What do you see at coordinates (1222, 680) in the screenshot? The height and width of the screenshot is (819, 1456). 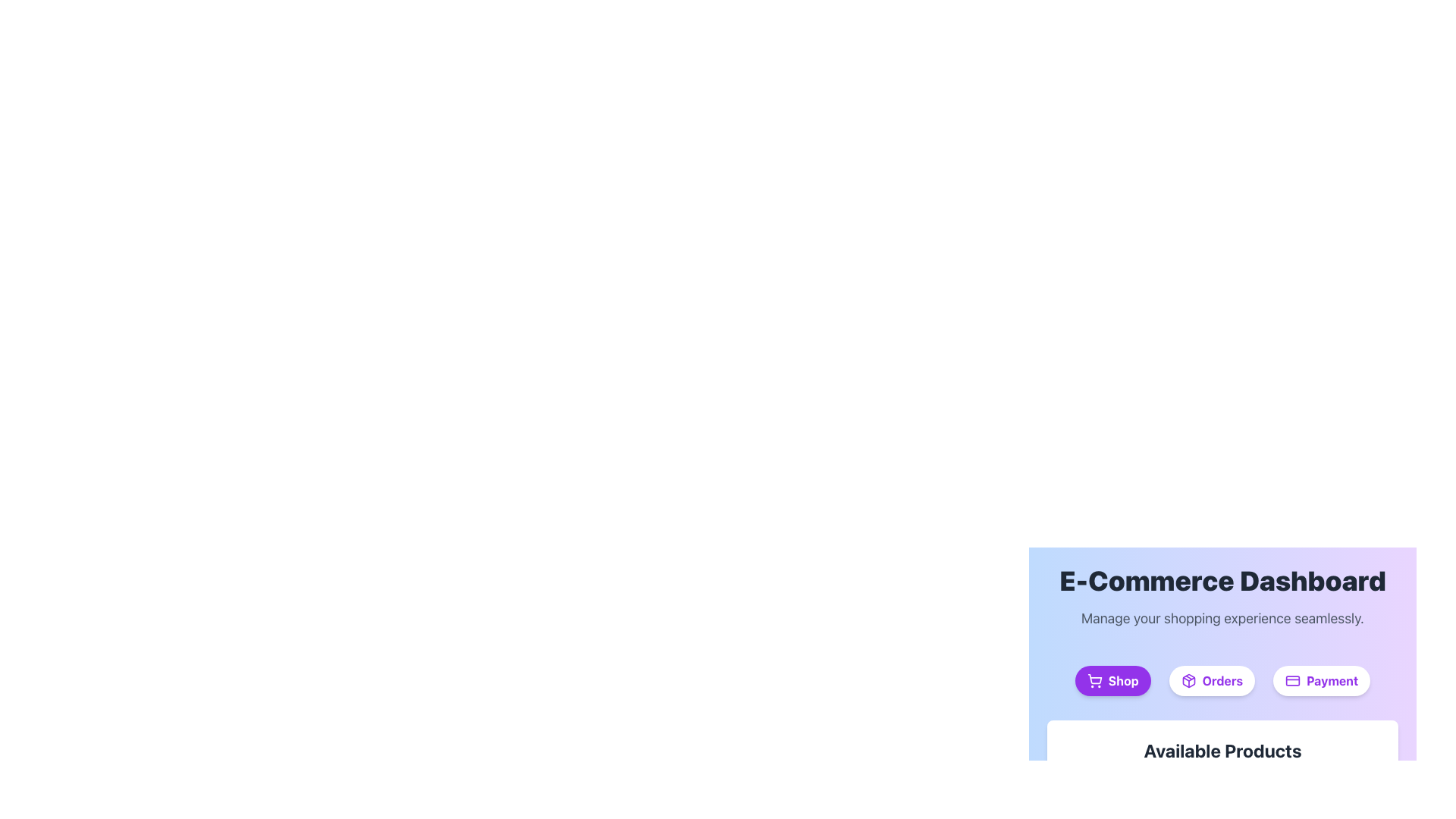 I see `the 'Orders' button in the Navigation bar` at bounding box center [1222, 680].